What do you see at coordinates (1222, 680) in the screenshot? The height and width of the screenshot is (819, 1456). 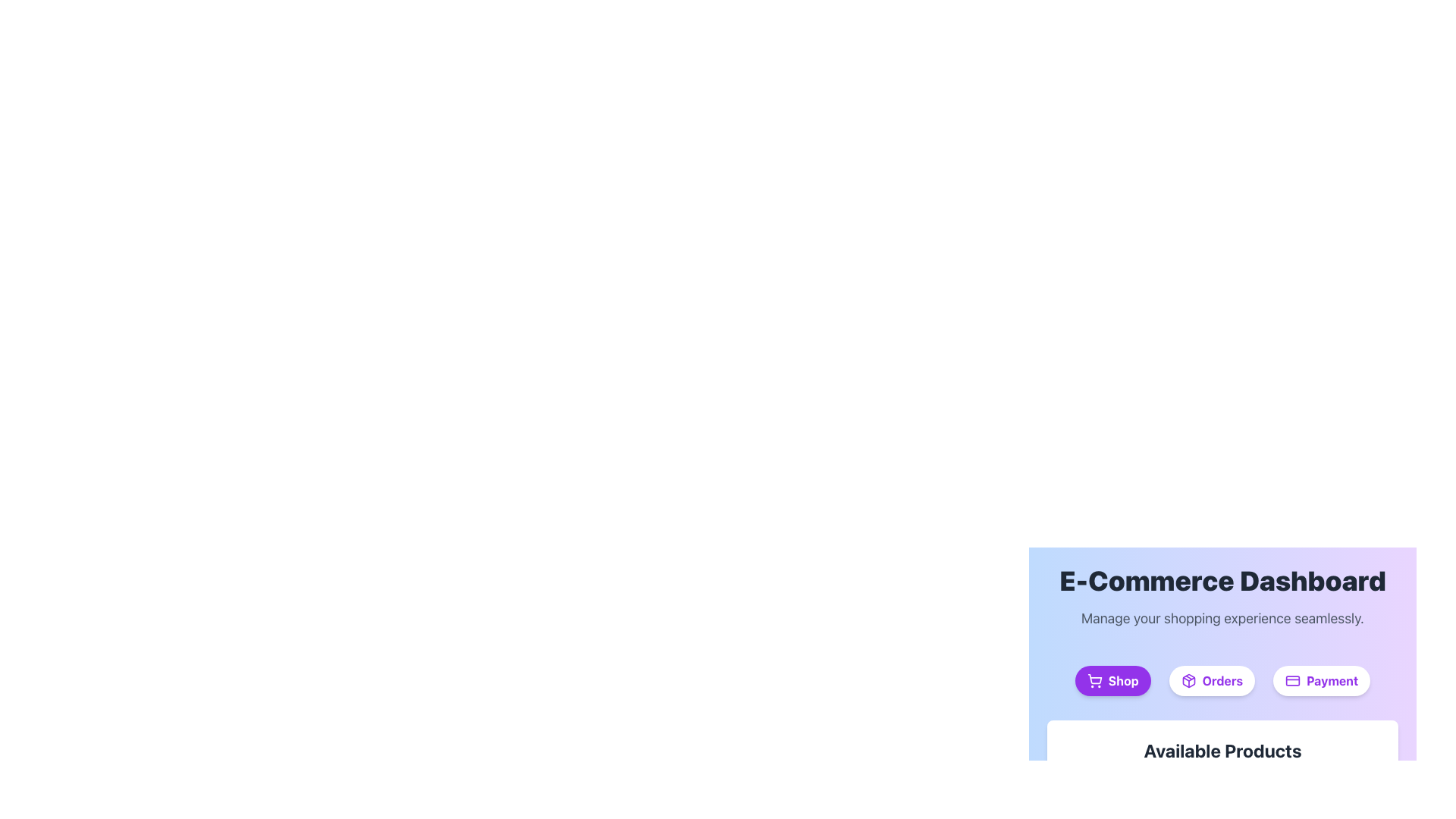 I see `the 'Orders' button in the Navigation bar` at bounding box center [1222, 680].